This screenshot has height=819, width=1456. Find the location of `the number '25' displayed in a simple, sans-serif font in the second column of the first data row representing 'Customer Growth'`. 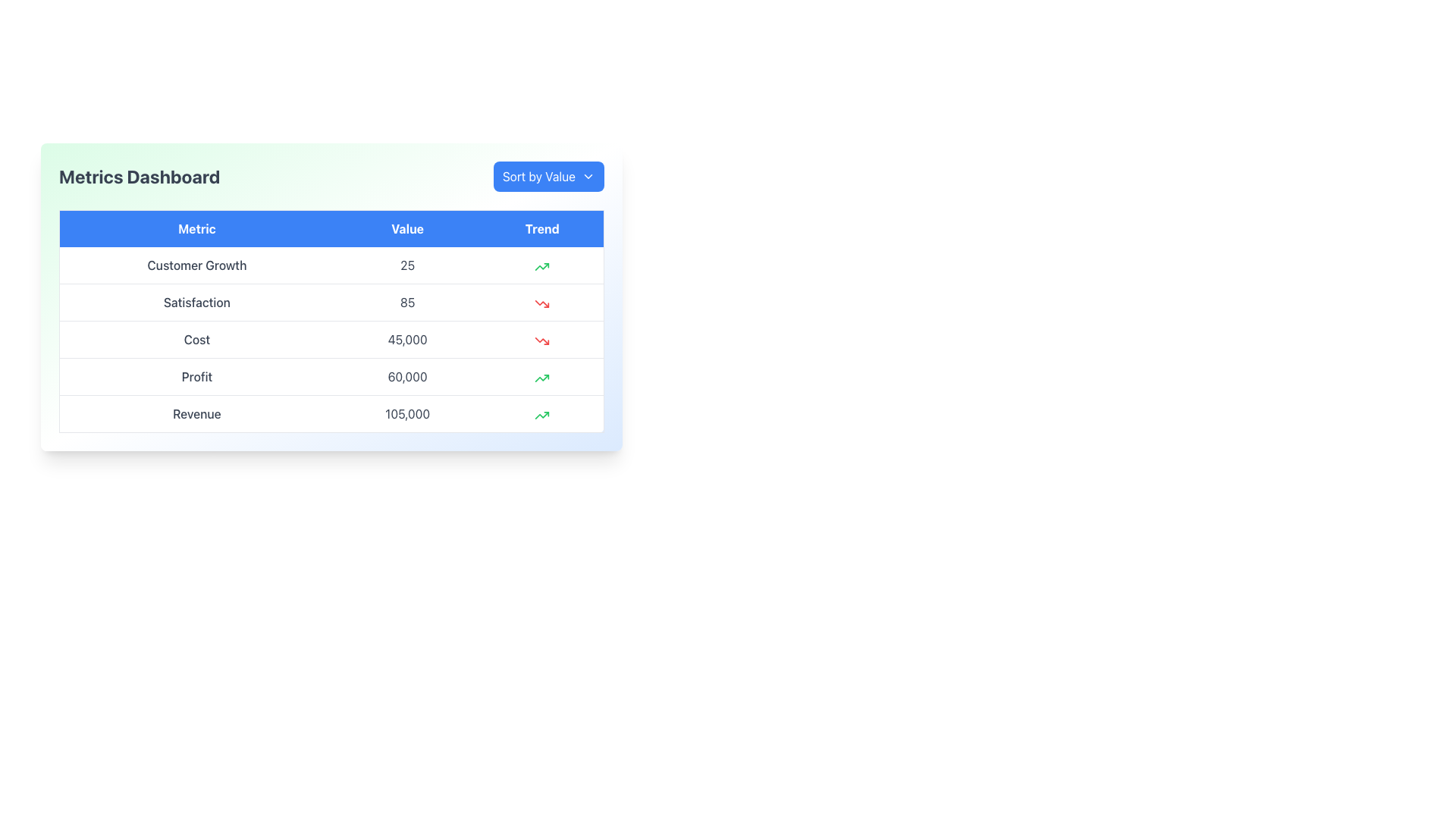

the number '25' displayed in a simple, sans-serif font in the second column of the first data row representing 'Customer Growth' is located at coordinates (407, 265).